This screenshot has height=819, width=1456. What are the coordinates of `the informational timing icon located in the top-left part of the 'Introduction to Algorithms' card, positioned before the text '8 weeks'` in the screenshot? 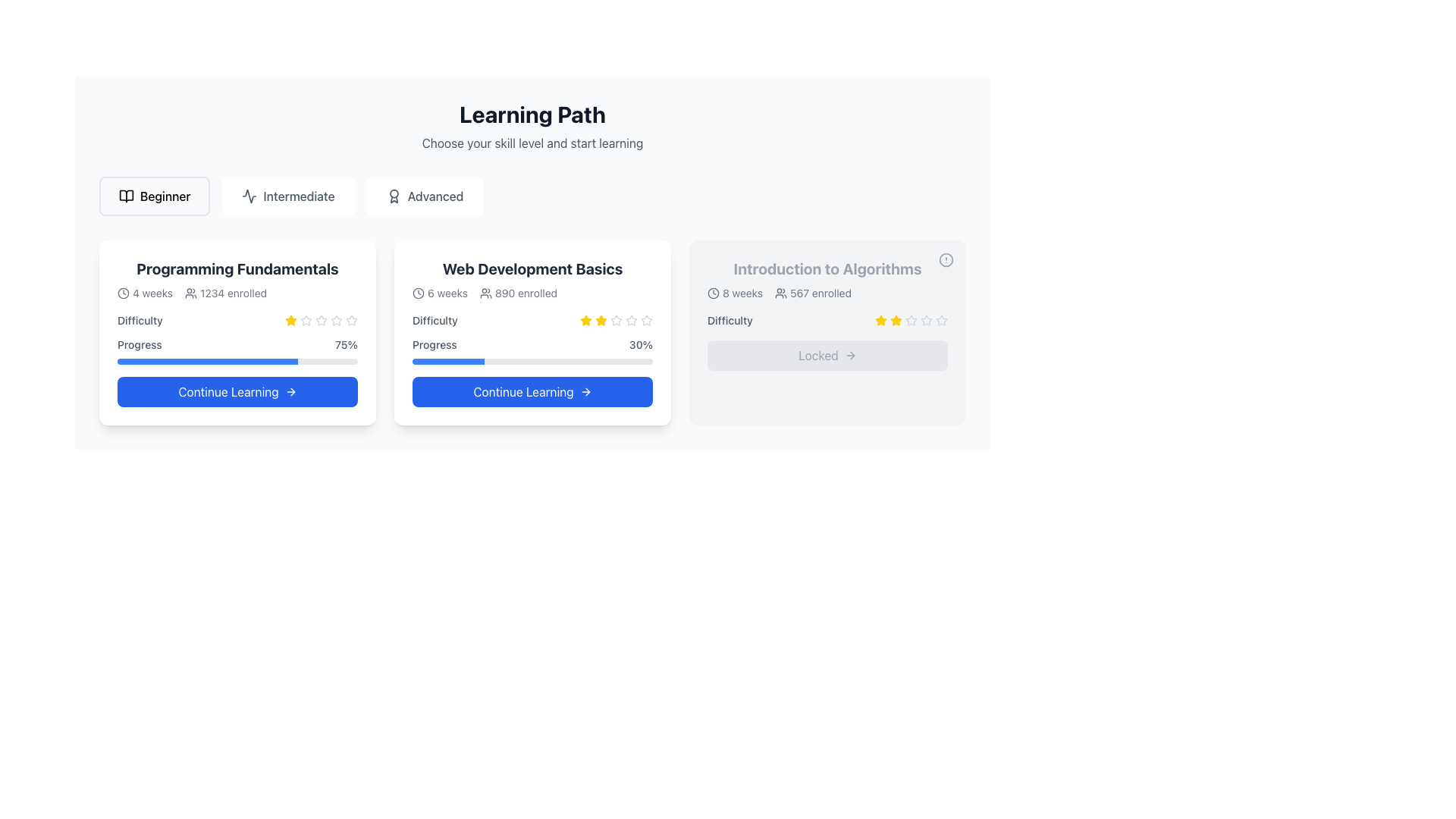 It's located at (712, 293).